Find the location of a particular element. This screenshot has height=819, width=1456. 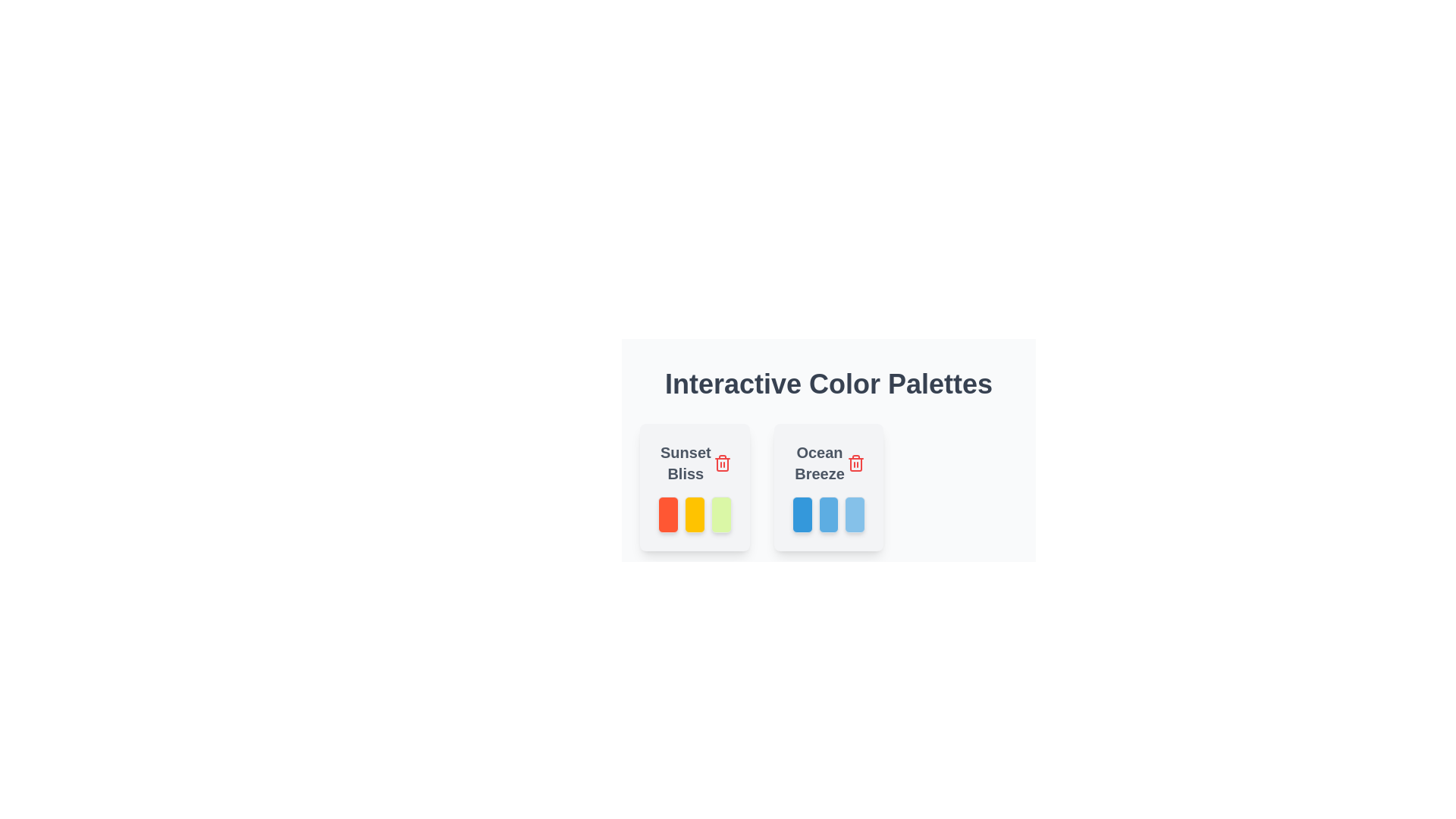

the text label that indicates the name of the color palette displayed above the three colored squares on the leftmost card in the horizontally aligned set of cards is located at coordinates (694, 462).